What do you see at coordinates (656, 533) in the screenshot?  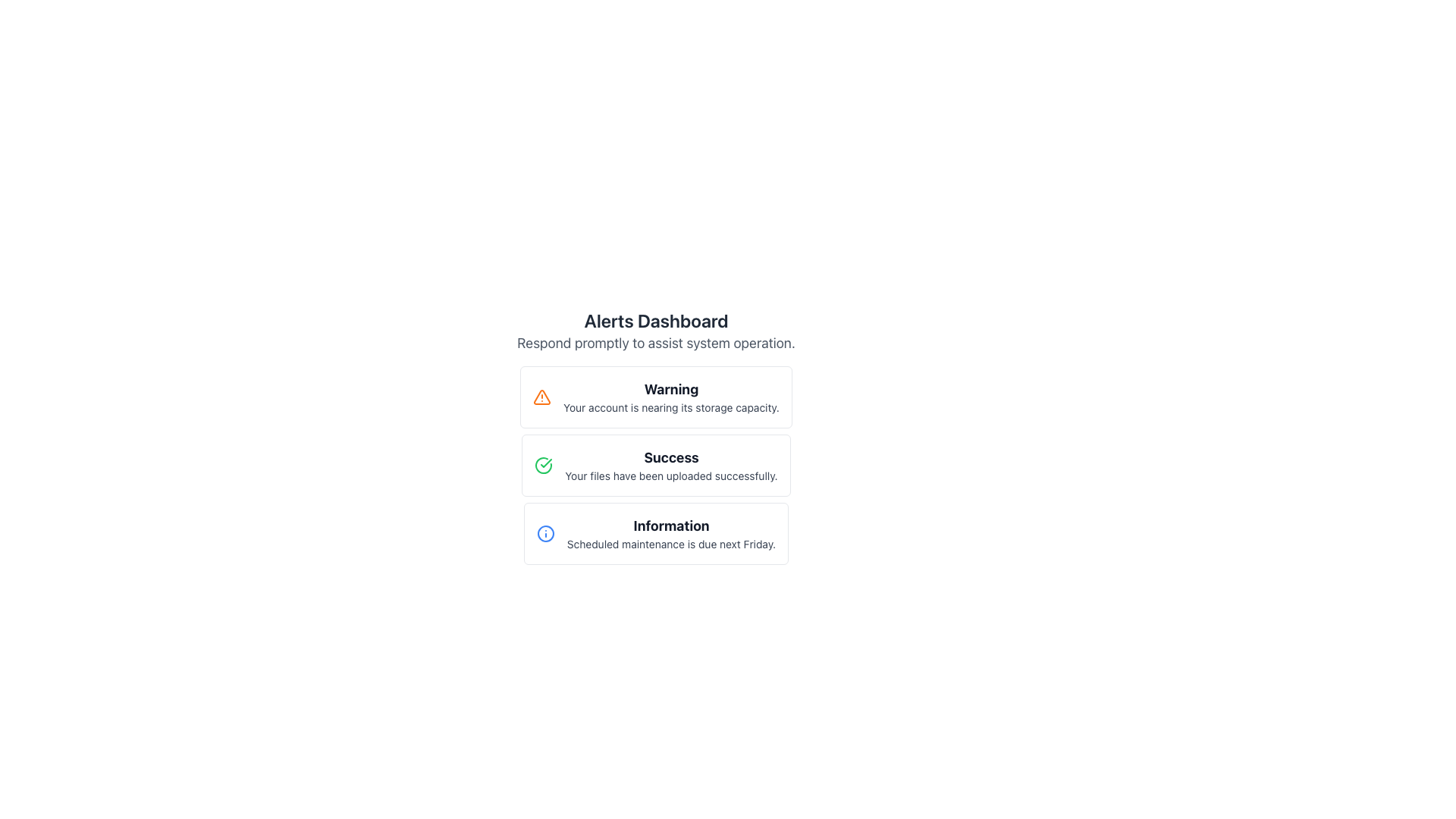 I see `the information displayed in the Notification card by clicking on the center of the card, which contains the text 'Information' and the description 'Scheduled maintenance is due next Friday.'` at bounding box center [656, 533].